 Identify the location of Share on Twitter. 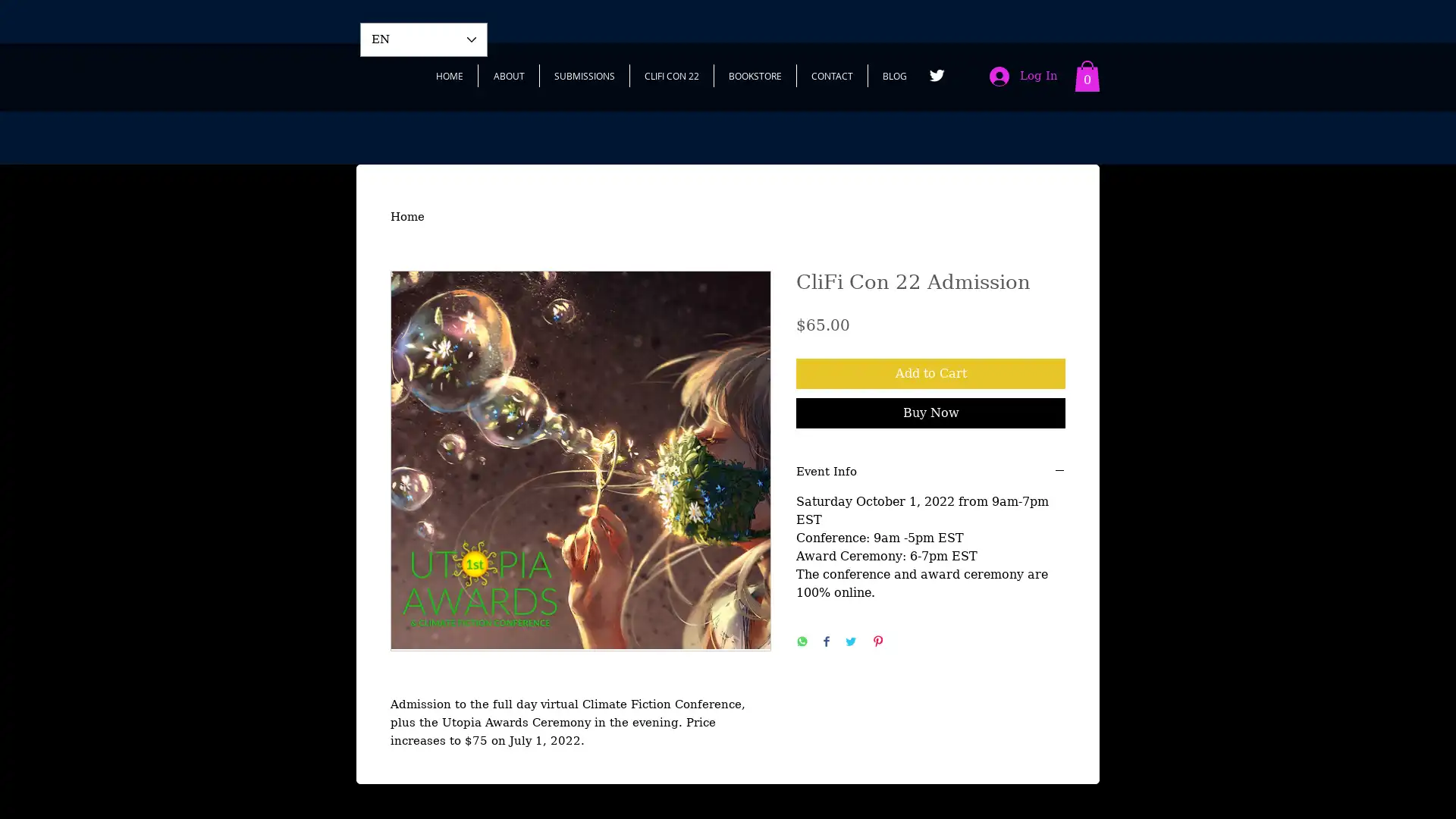
(851, 642).